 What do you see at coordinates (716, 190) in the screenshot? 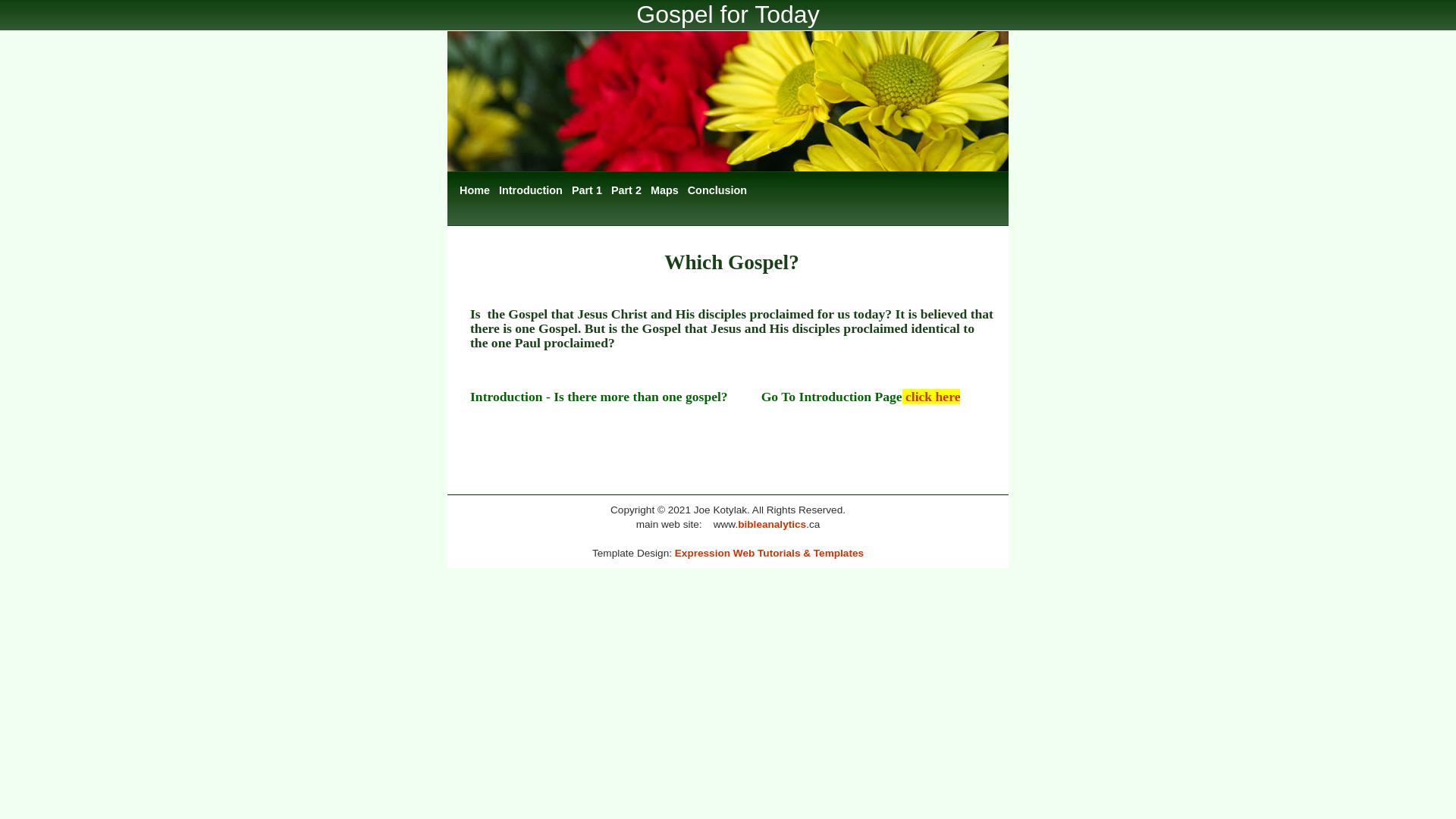
I see `'Conclusion'` at bounding box center [716, 190].